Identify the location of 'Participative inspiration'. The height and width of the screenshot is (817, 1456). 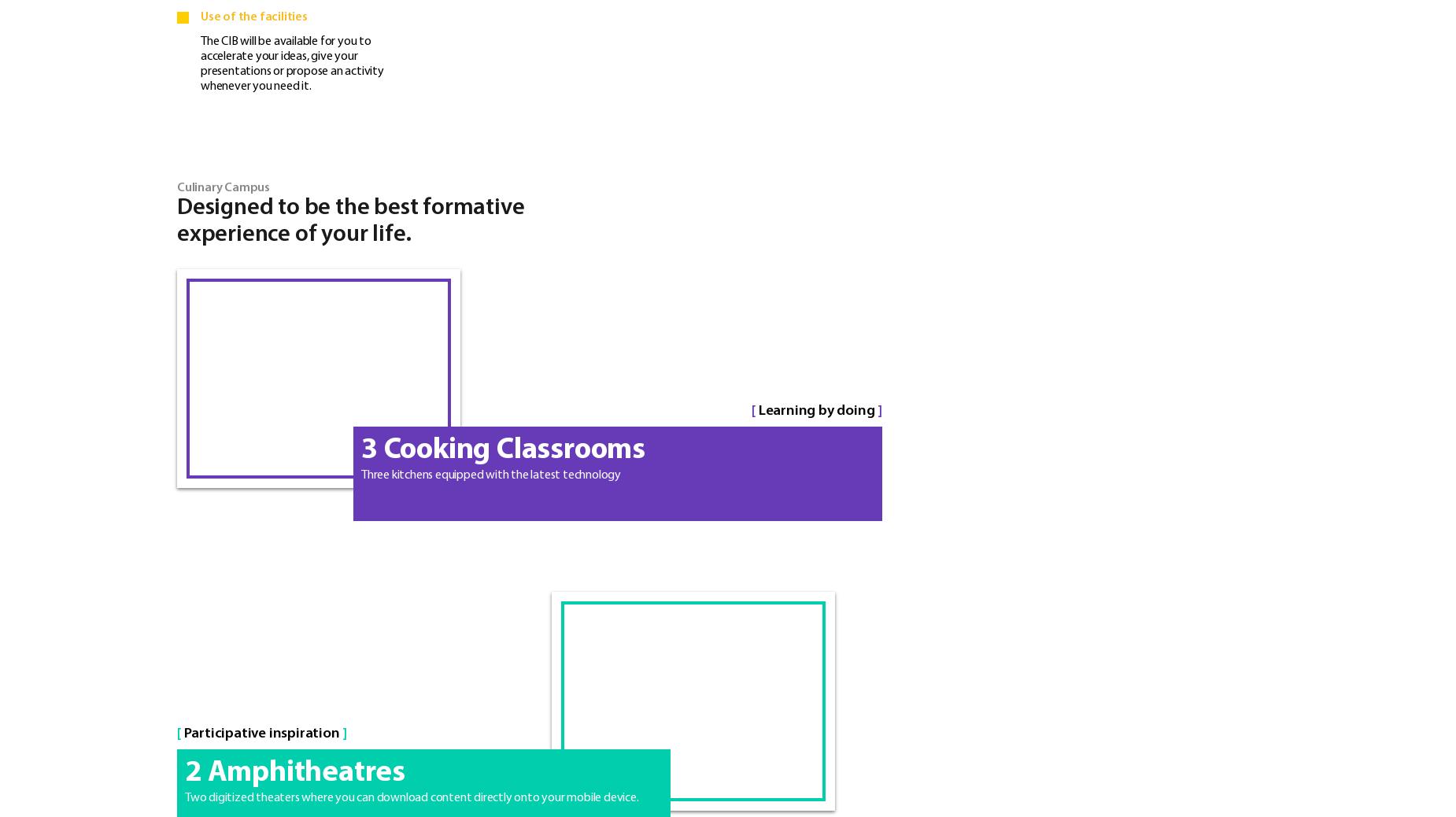
(261, 733).